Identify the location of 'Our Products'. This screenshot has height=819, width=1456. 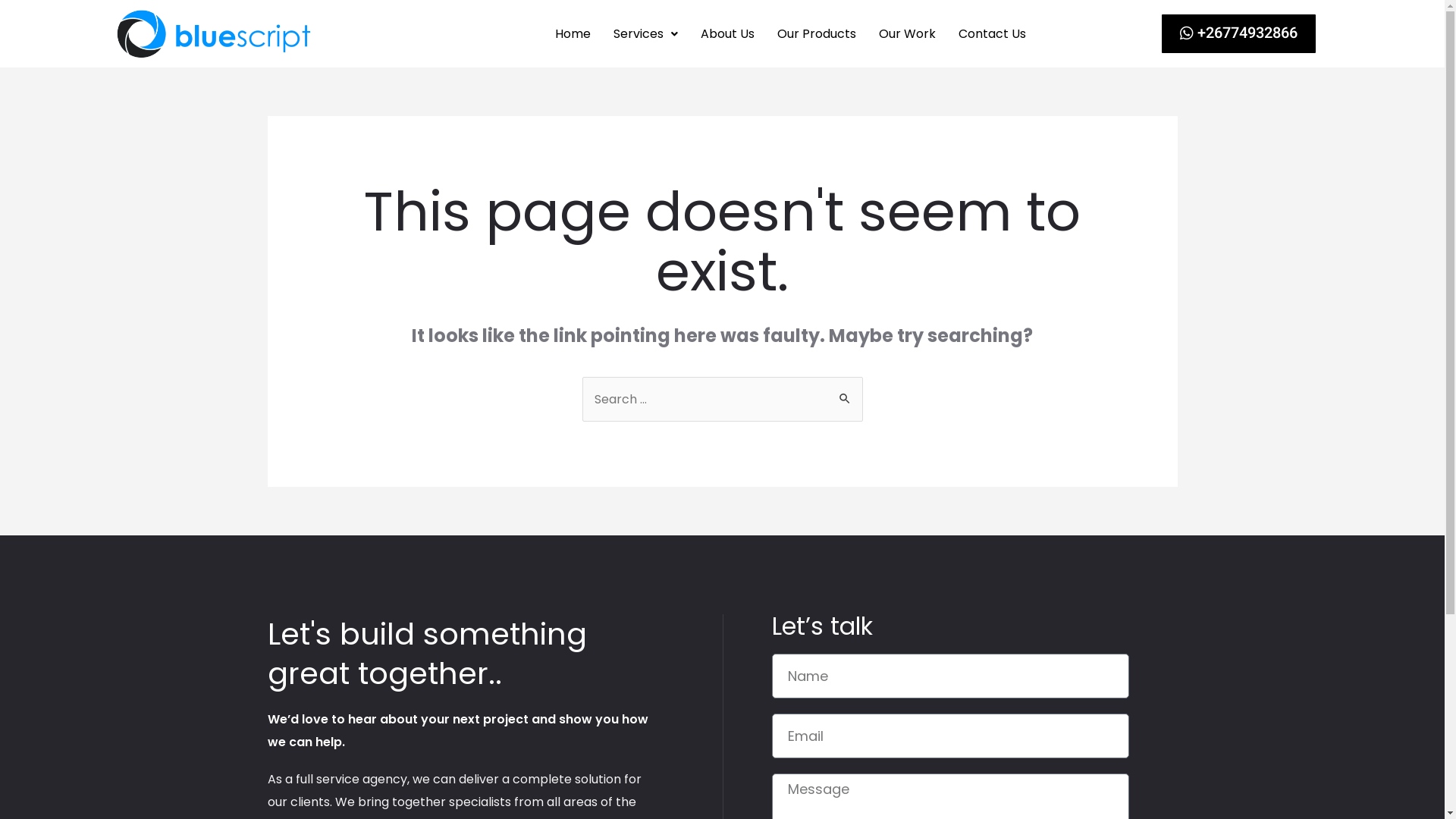
(765, 34).